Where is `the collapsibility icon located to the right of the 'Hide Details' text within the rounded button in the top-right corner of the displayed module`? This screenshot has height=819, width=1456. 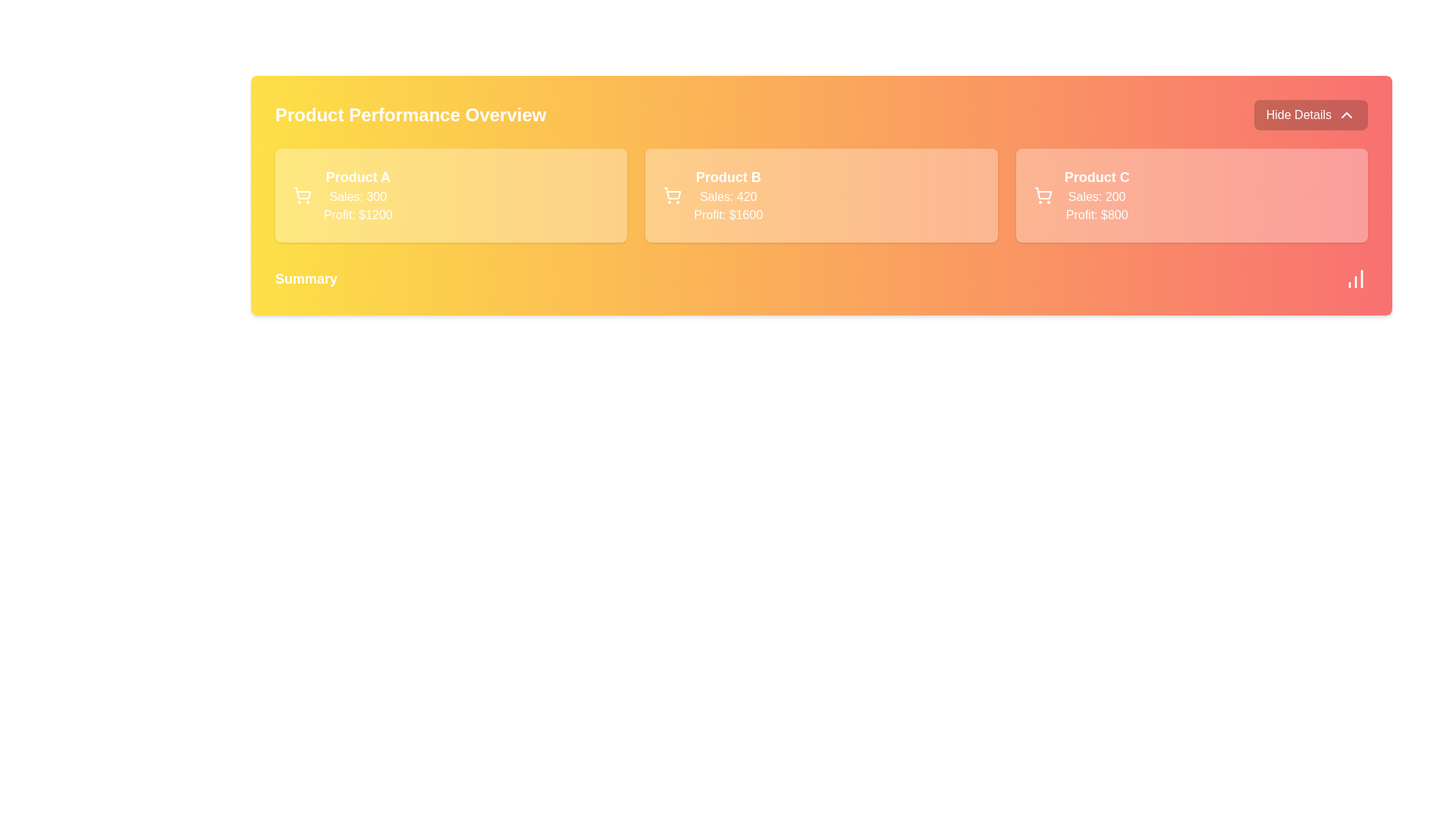
the collapsibility icon located to the right of the 'Hide Details' text within the rounded button in the top-right corner of the displayed module is located at coordinates (1347, 114).